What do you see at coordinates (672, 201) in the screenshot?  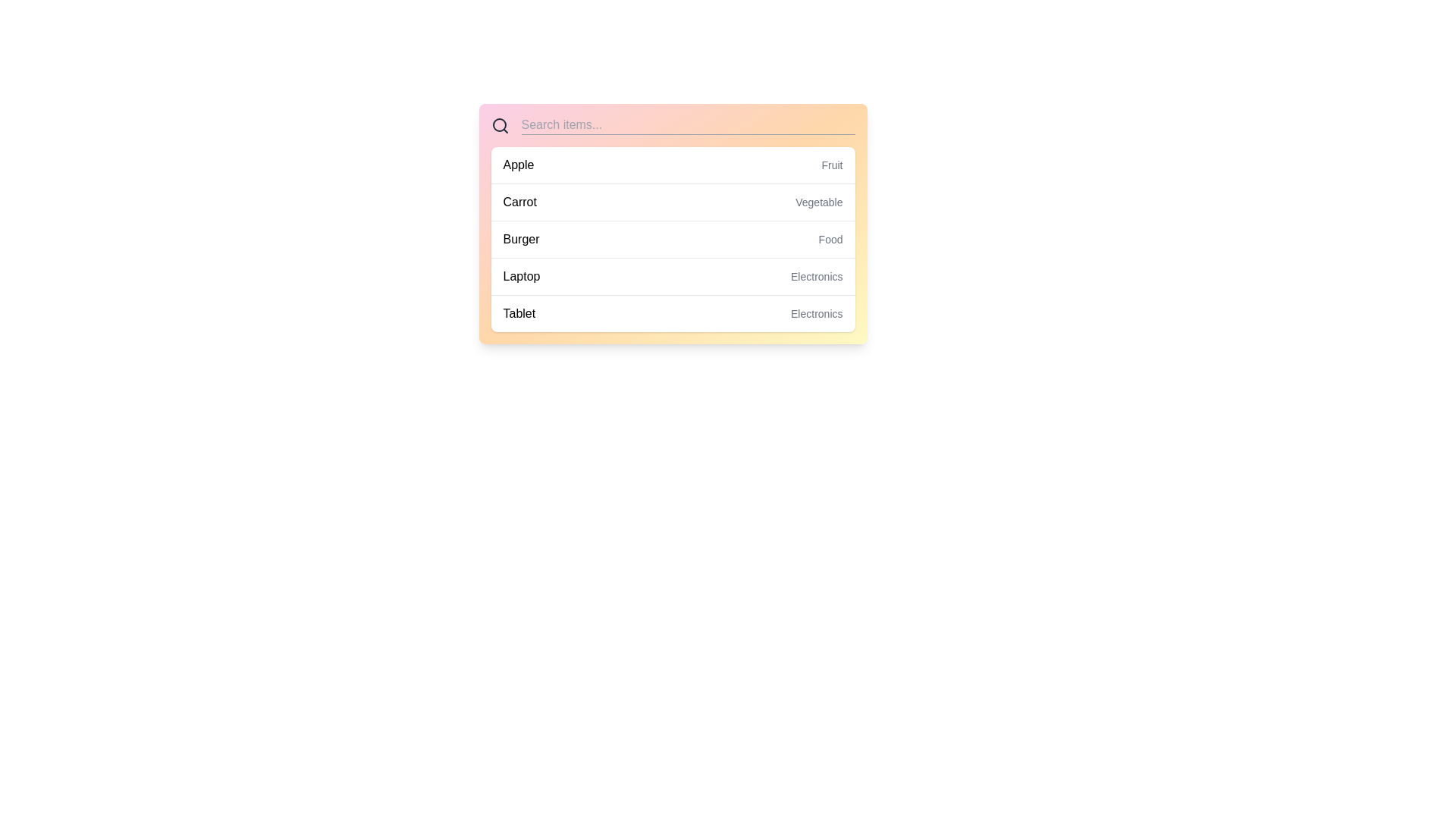 I see `the List item displaying 'Carrot' on the left and 'Vegetable' on the right, which is the second row in the vertically stacked list` at bounding box center [672, 201].